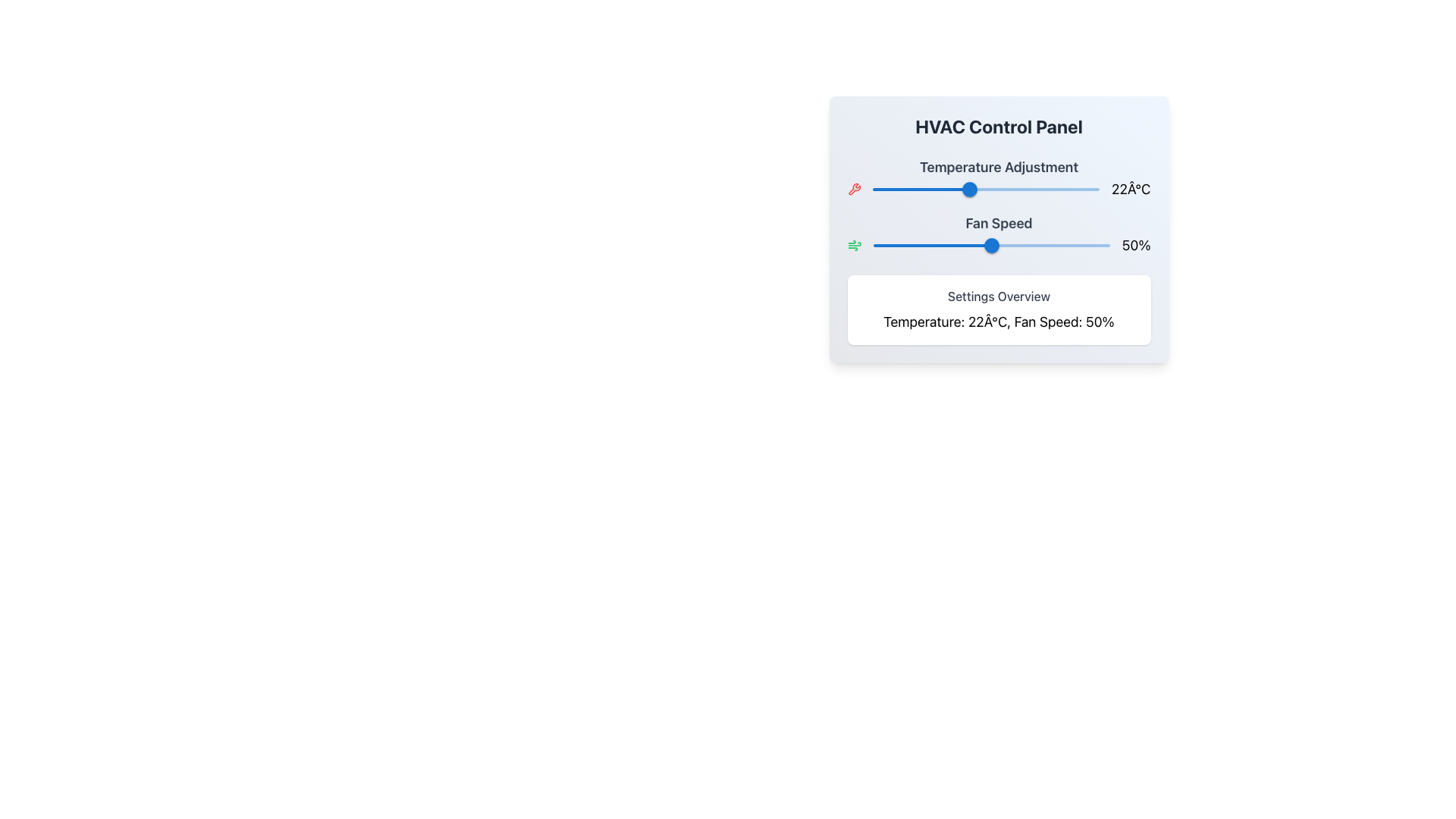 Image resolution: width=1456 pixels, height=819 pixels. Describe the element at coordinates (993, 245) in the screenshot. I see `the fan speed` at that location.